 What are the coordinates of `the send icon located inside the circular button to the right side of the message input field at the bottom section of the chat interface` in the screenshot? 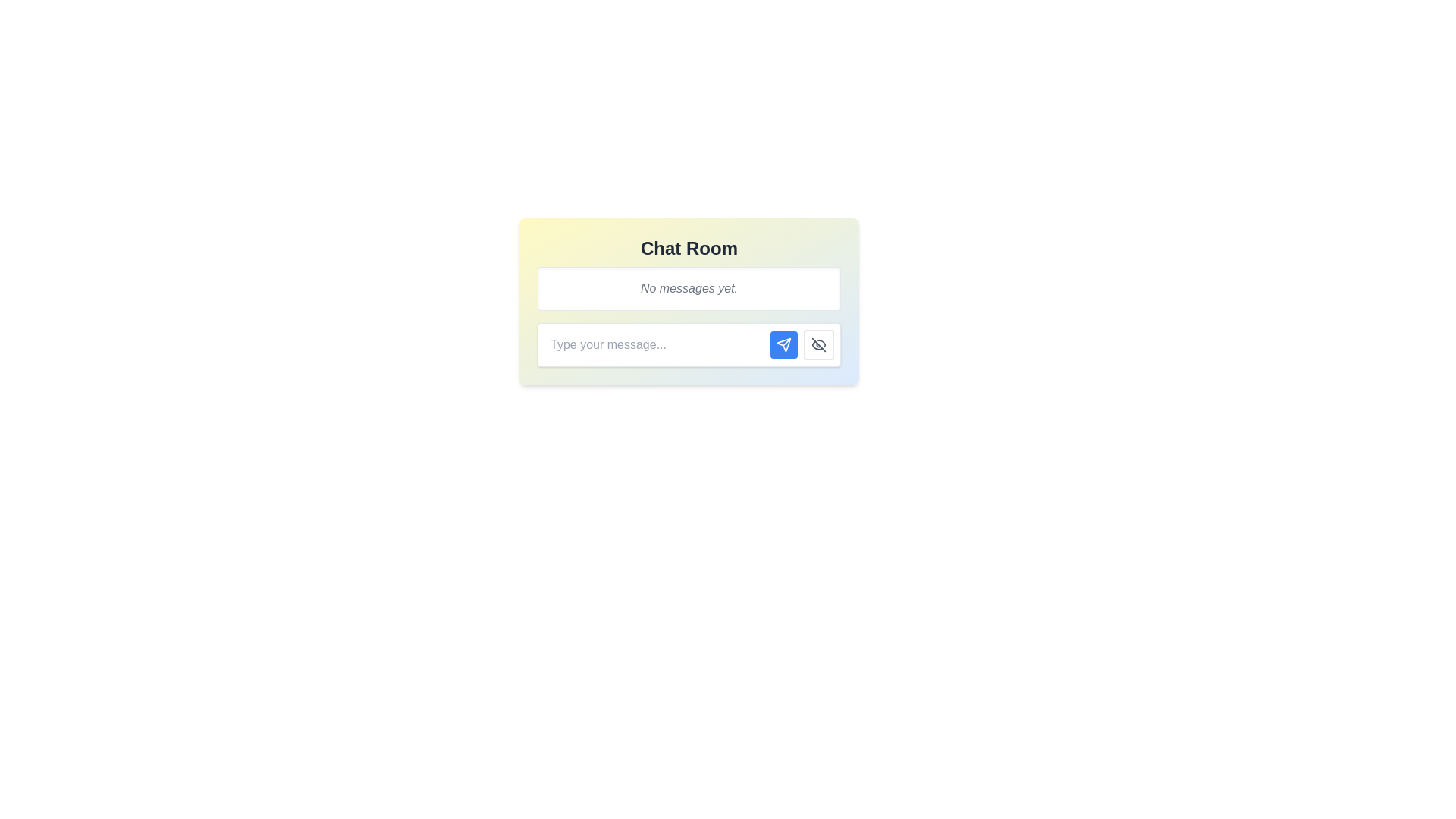 It's located at (783, 345).